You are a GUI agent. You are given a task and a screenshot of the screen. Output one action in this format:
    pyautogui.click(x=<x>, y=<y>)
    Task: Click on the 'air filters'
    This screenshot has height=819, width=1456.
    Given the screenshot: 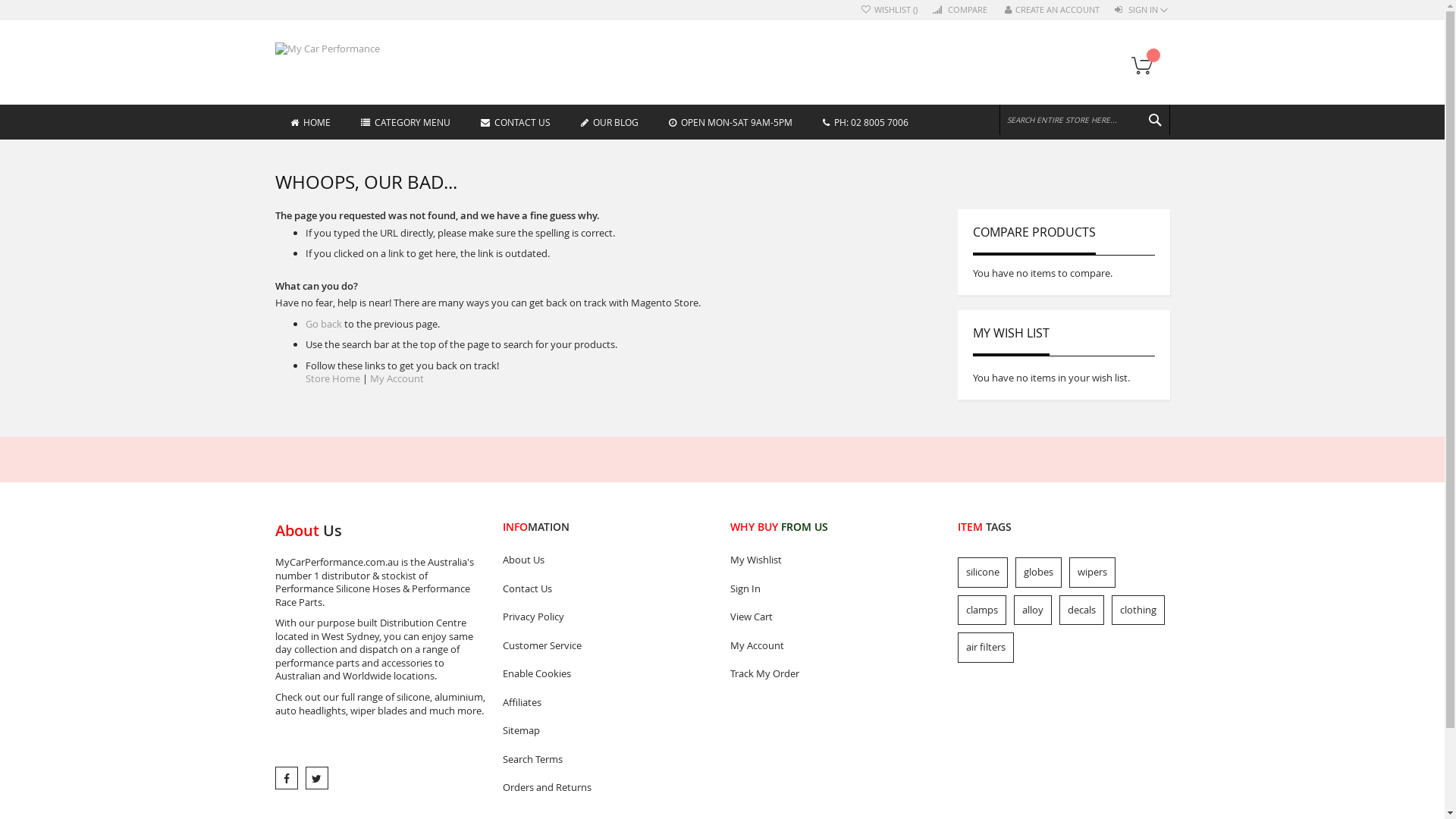 What is the action you would take?
    pyautogui.click(x=985, y=647)
    